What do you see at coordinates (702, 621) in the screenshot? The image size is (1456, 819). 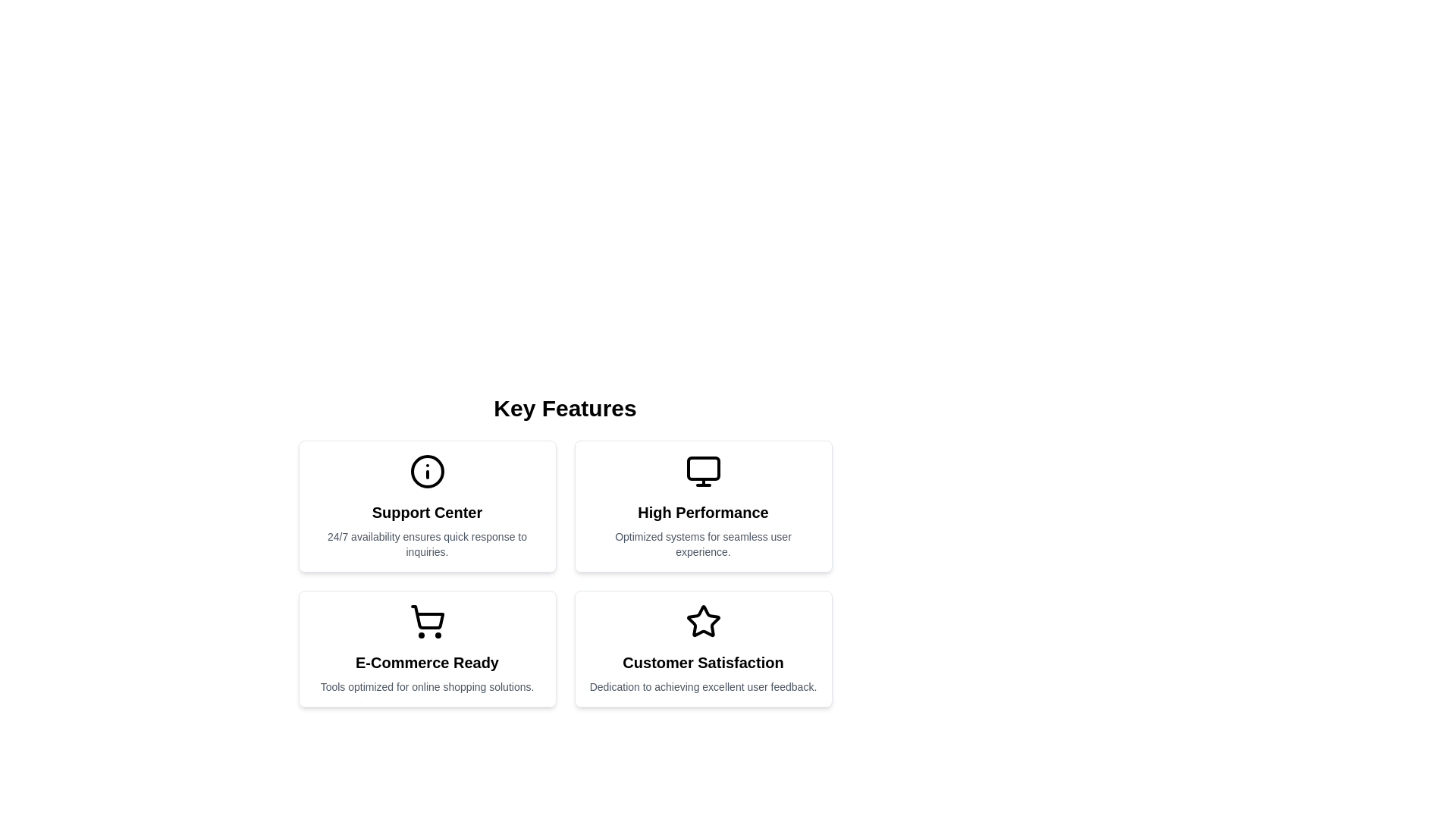 I see `the star-shaped icon with black outlines located in the 'Customer Satisfaction' section at the bottom-right of the 'Key Features' section` at bounding box center [702, 621].